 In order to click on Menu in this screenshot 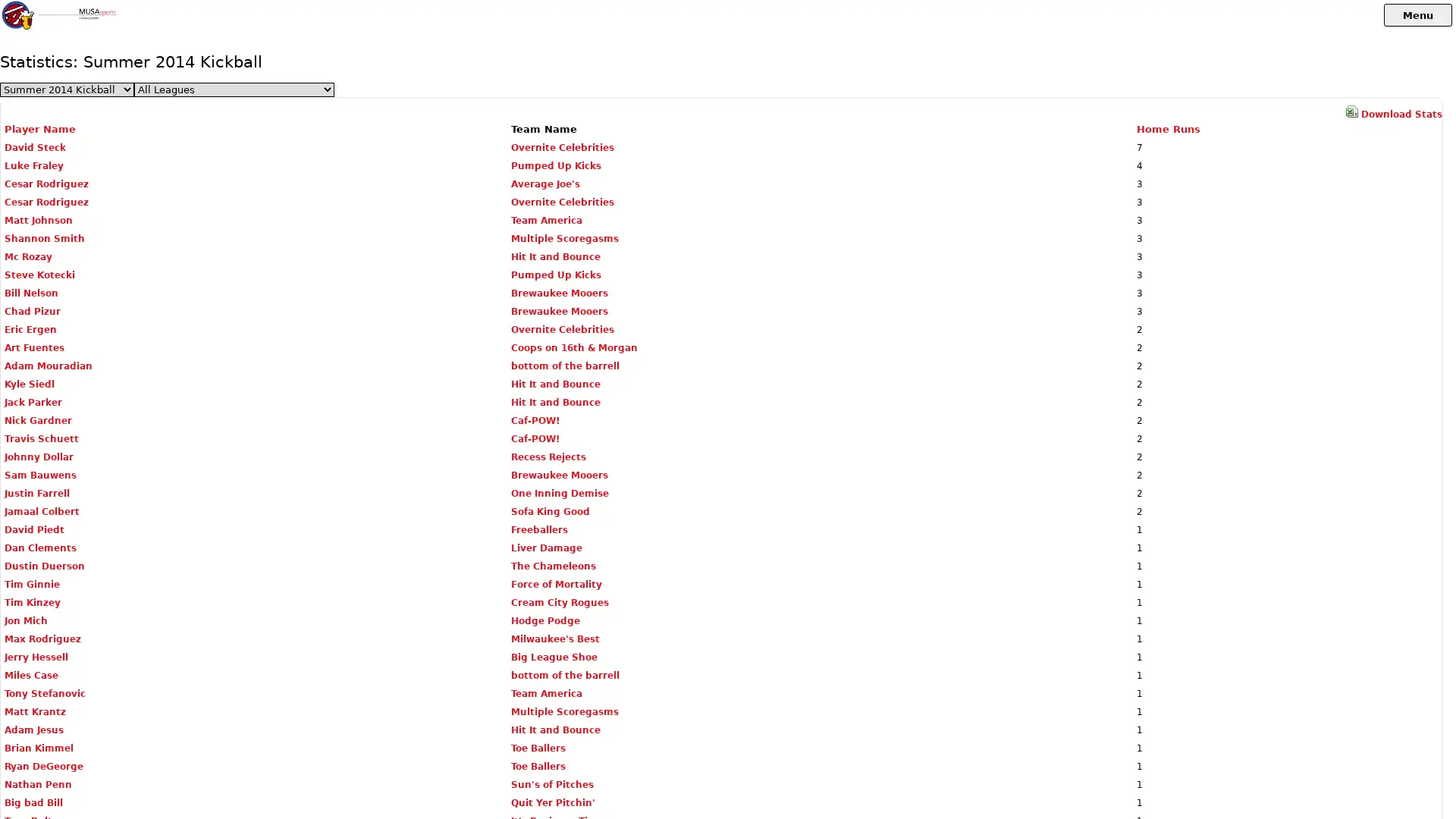, I will do `click(1417, 14)`.